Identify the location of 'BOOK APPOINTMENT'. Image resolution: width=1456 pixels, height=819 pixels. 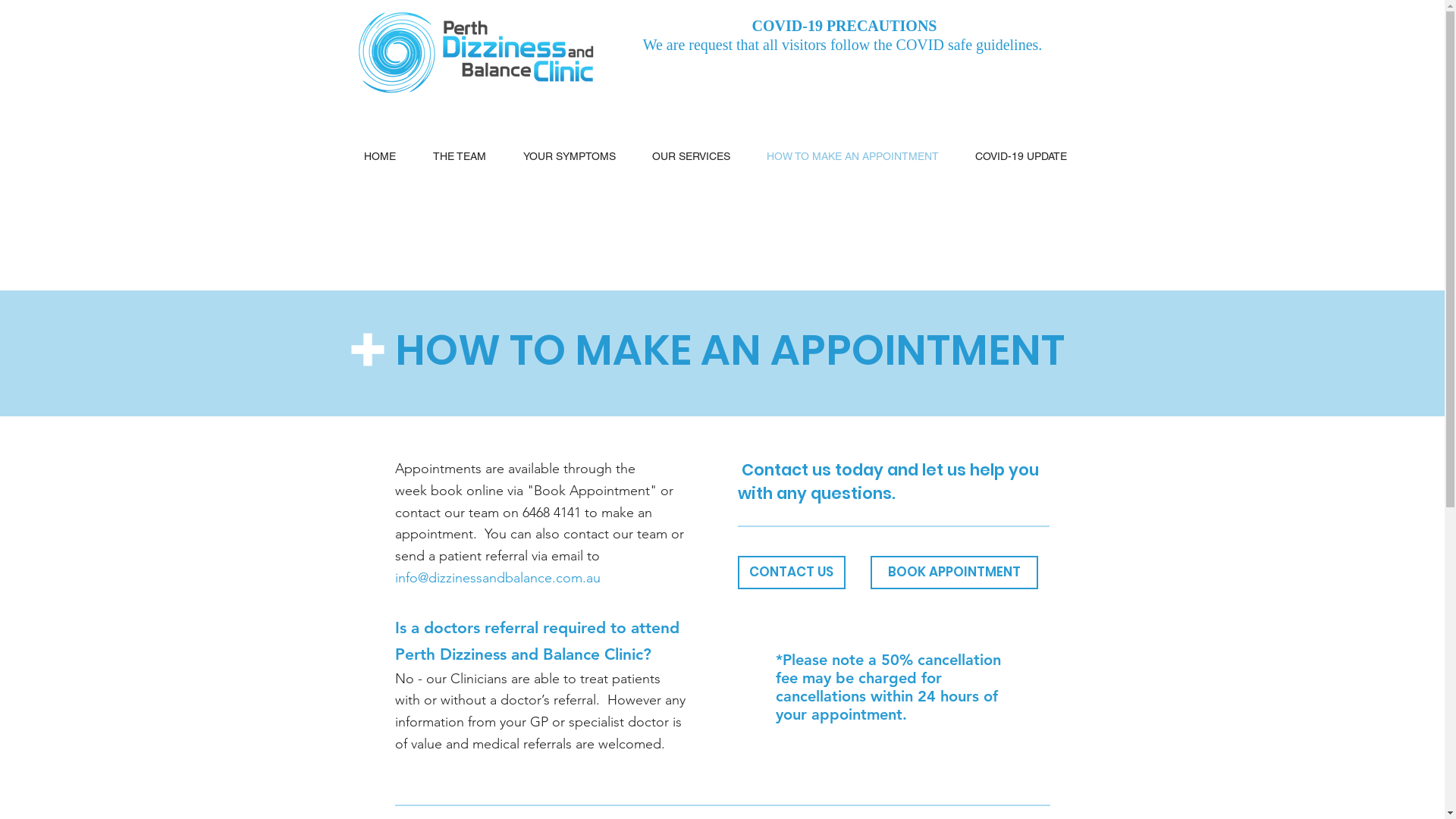
(870, 573).